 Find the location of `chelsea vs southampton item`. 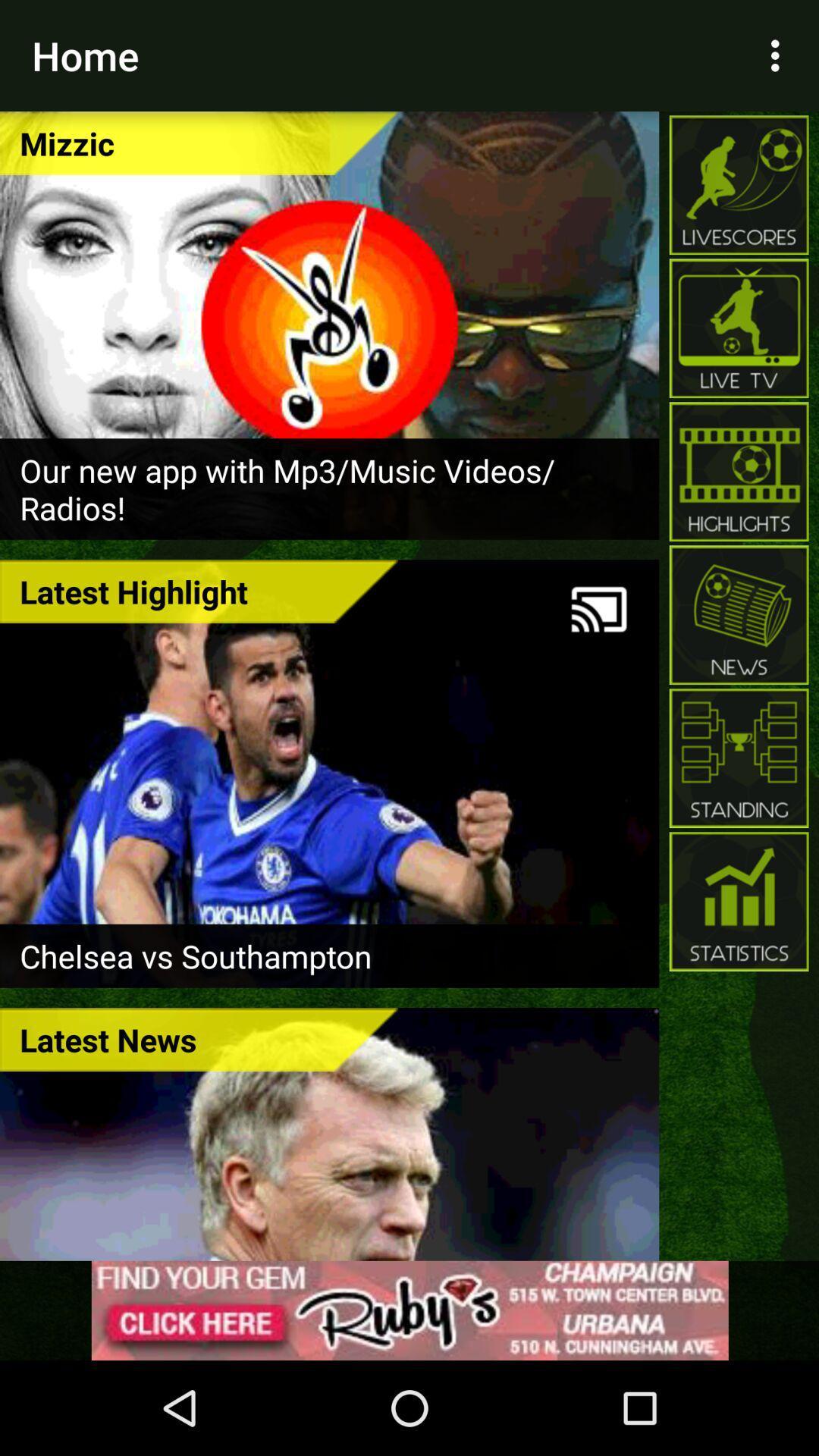

chelsea vs southampton item is located at coordinates (328, 955).